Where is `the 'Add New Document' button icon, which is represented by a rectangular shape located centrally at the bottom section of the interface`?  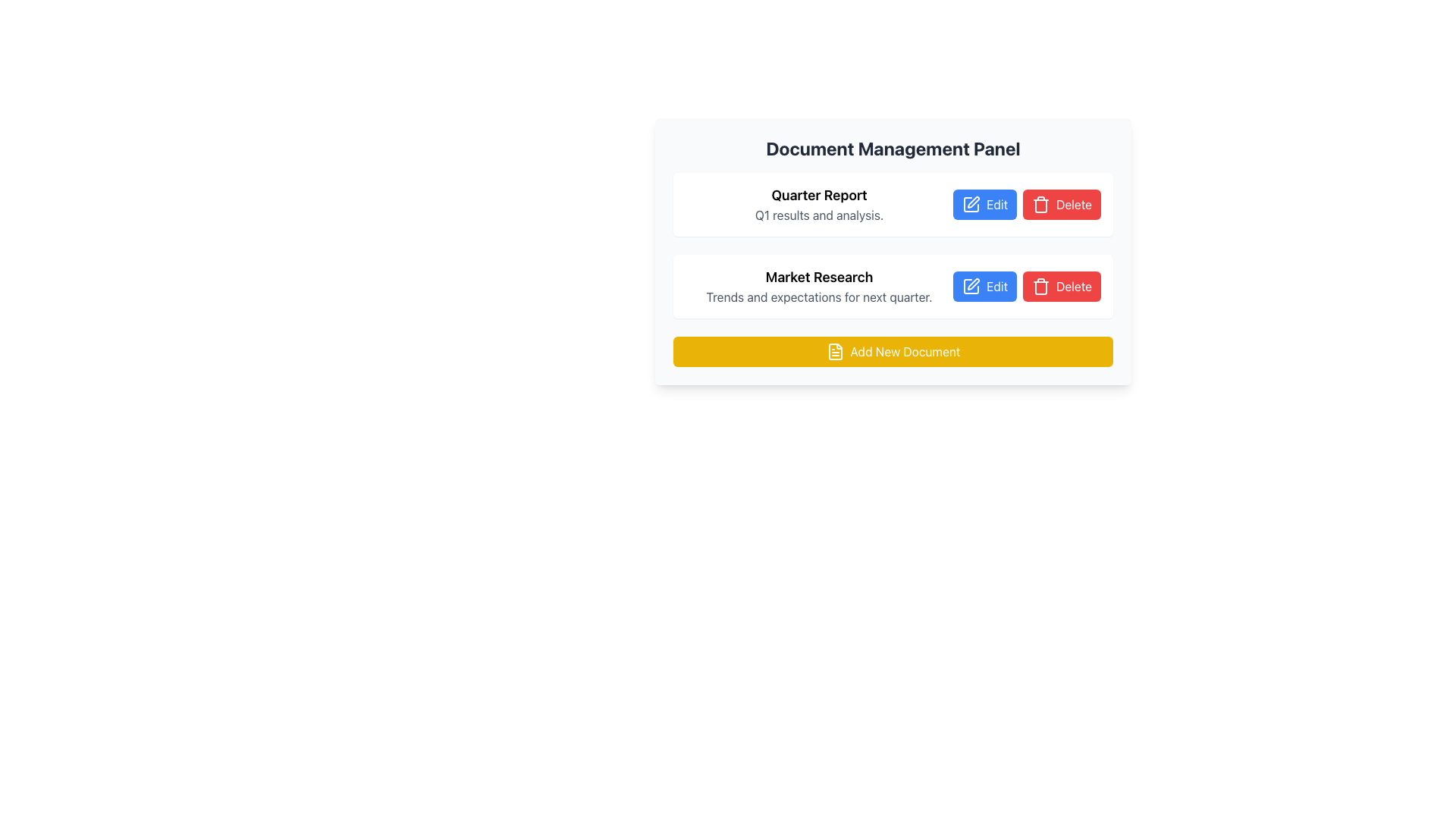 the 'Add New Document' button icon, which is represented by a rectangular shape located centrally at the bottom section of the interface is located at coordinates (834, 351).